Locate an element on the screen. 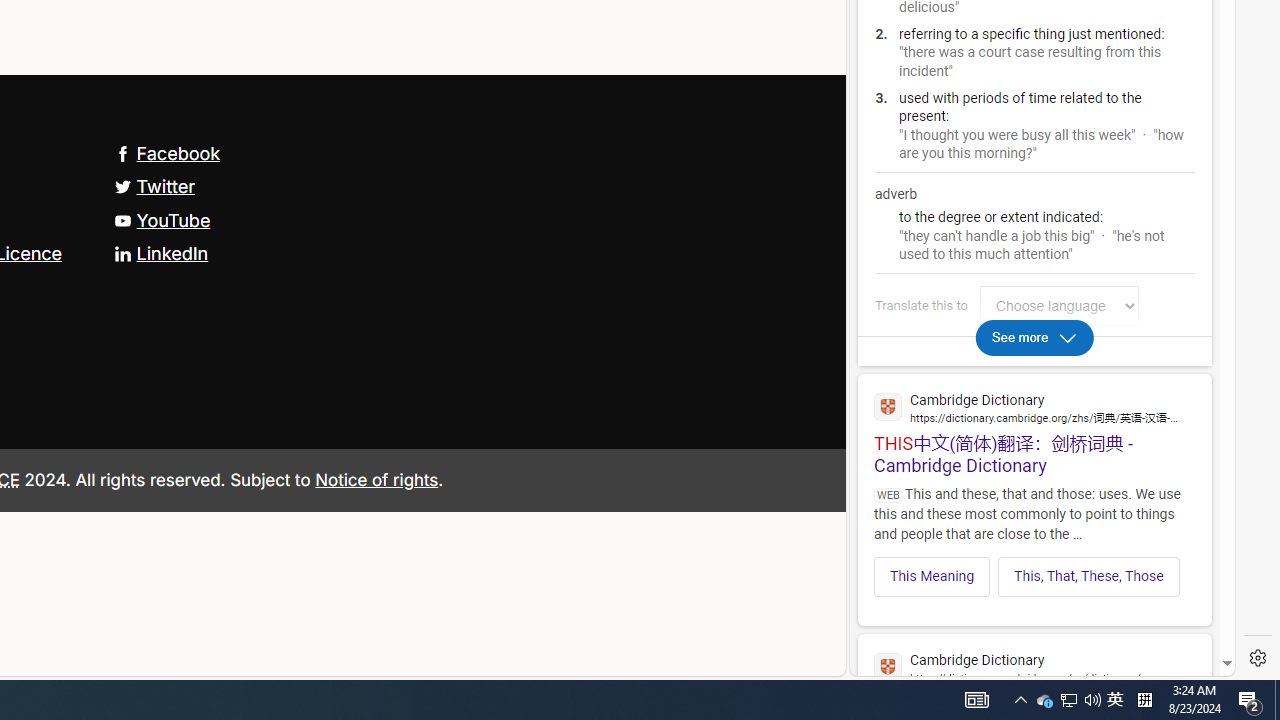 The height and width of the screenshot is (720, 1280). 'Global web icon' is located at coordinates (887, 667).